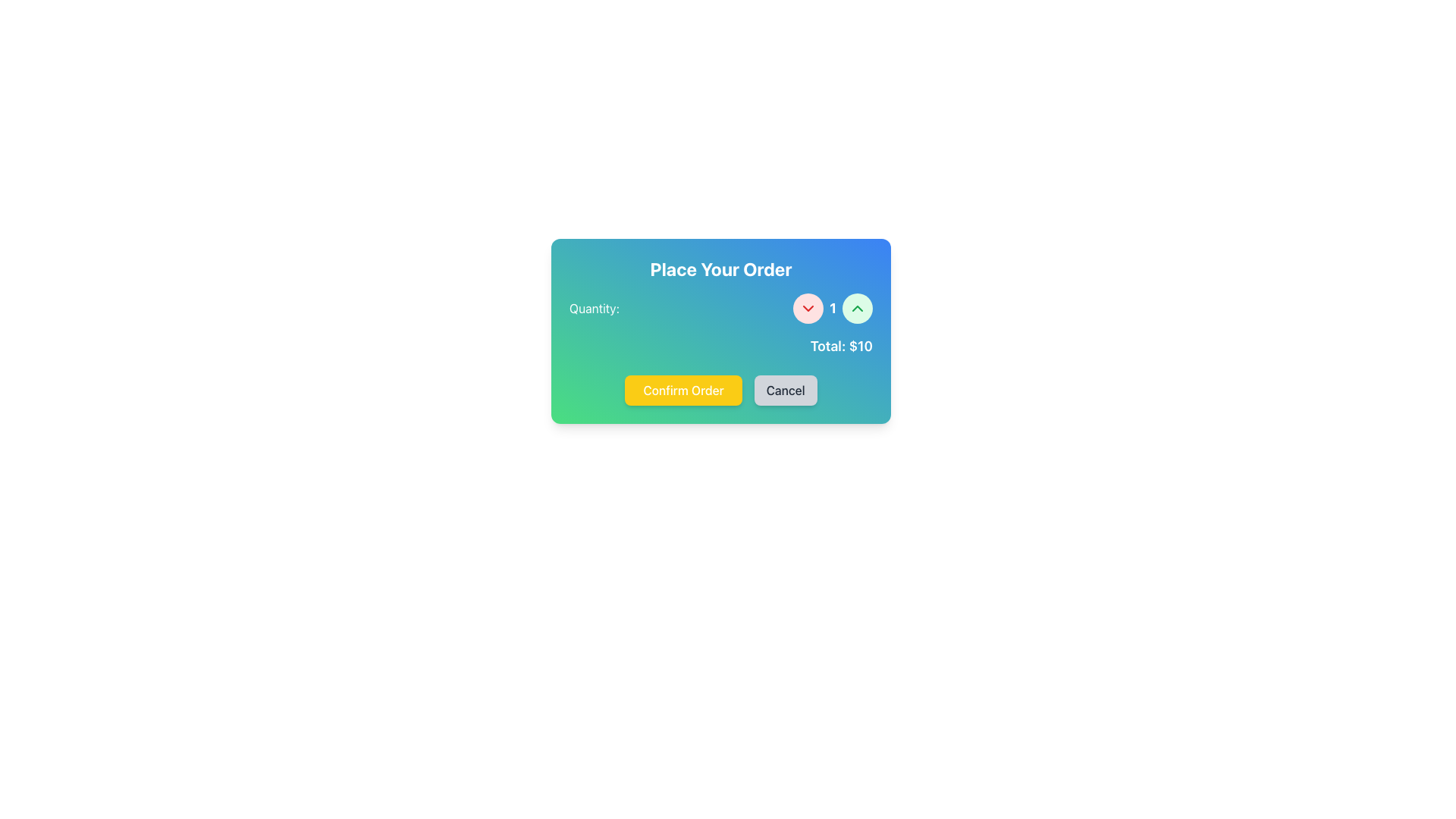 The width and height of the screenshot is (1456, 819). Describe the element at coordinates (832, 308) in the screenshot. I see `the white number '1' displayed in bold, large font within the vibrant UI card that has a 'Place Your Order' header` at that location.